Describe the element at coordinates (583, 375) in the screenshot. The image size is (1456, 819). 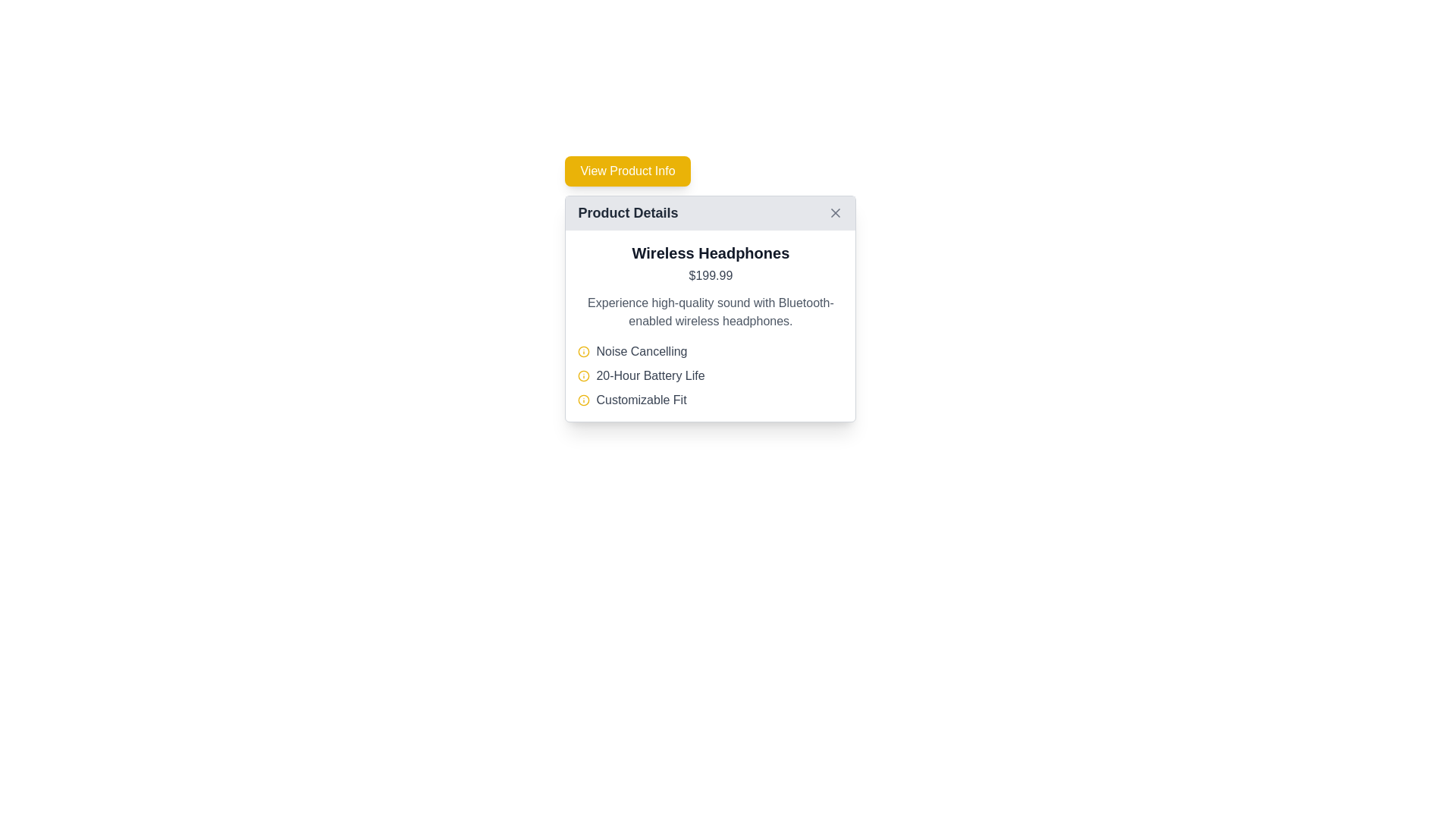
I see `the informational help icon located in the 'Product Details' card` at that location.